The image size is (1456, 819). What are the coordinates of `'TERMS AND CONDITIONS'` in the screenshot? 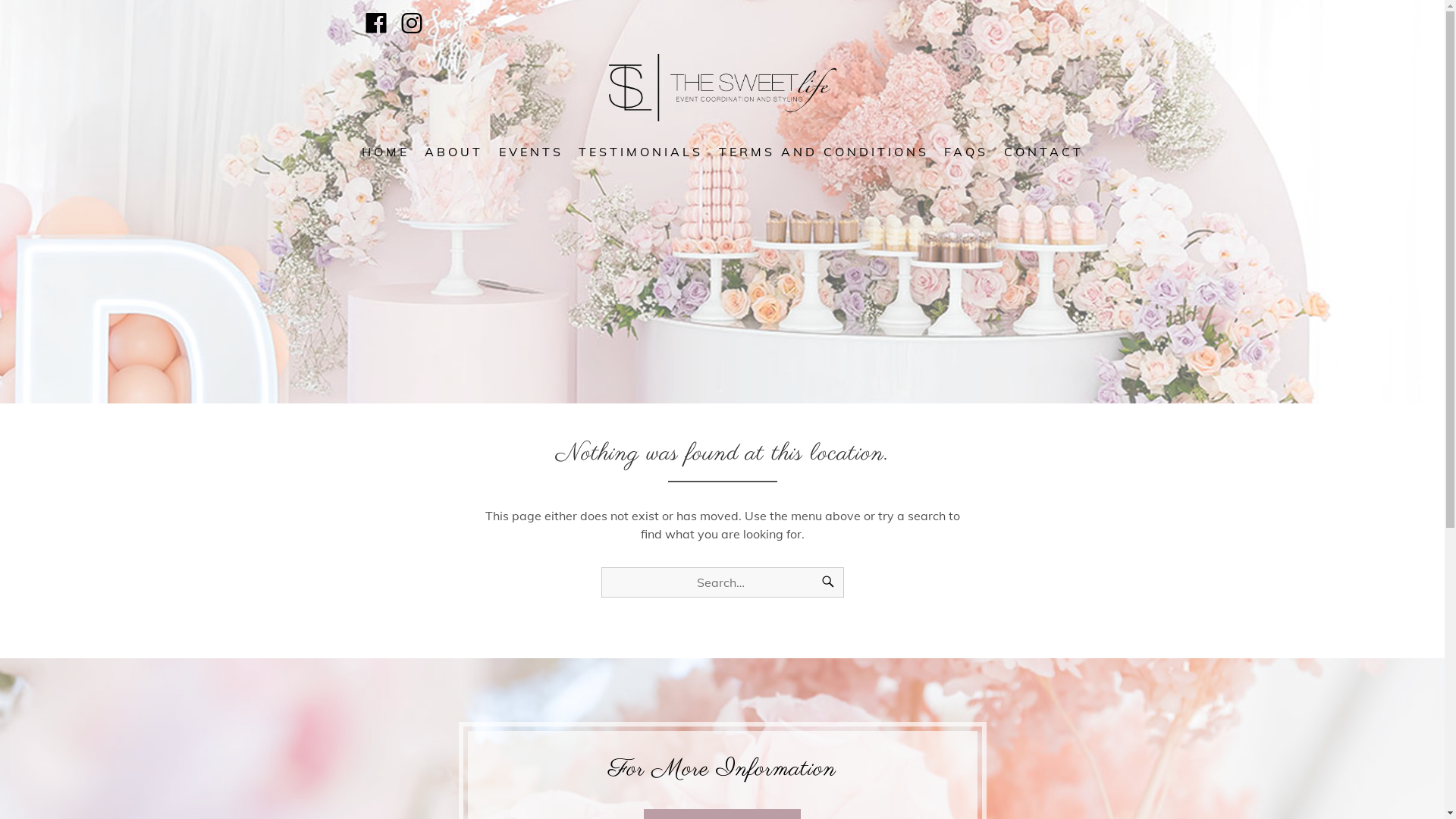 It's located at (823, 152).